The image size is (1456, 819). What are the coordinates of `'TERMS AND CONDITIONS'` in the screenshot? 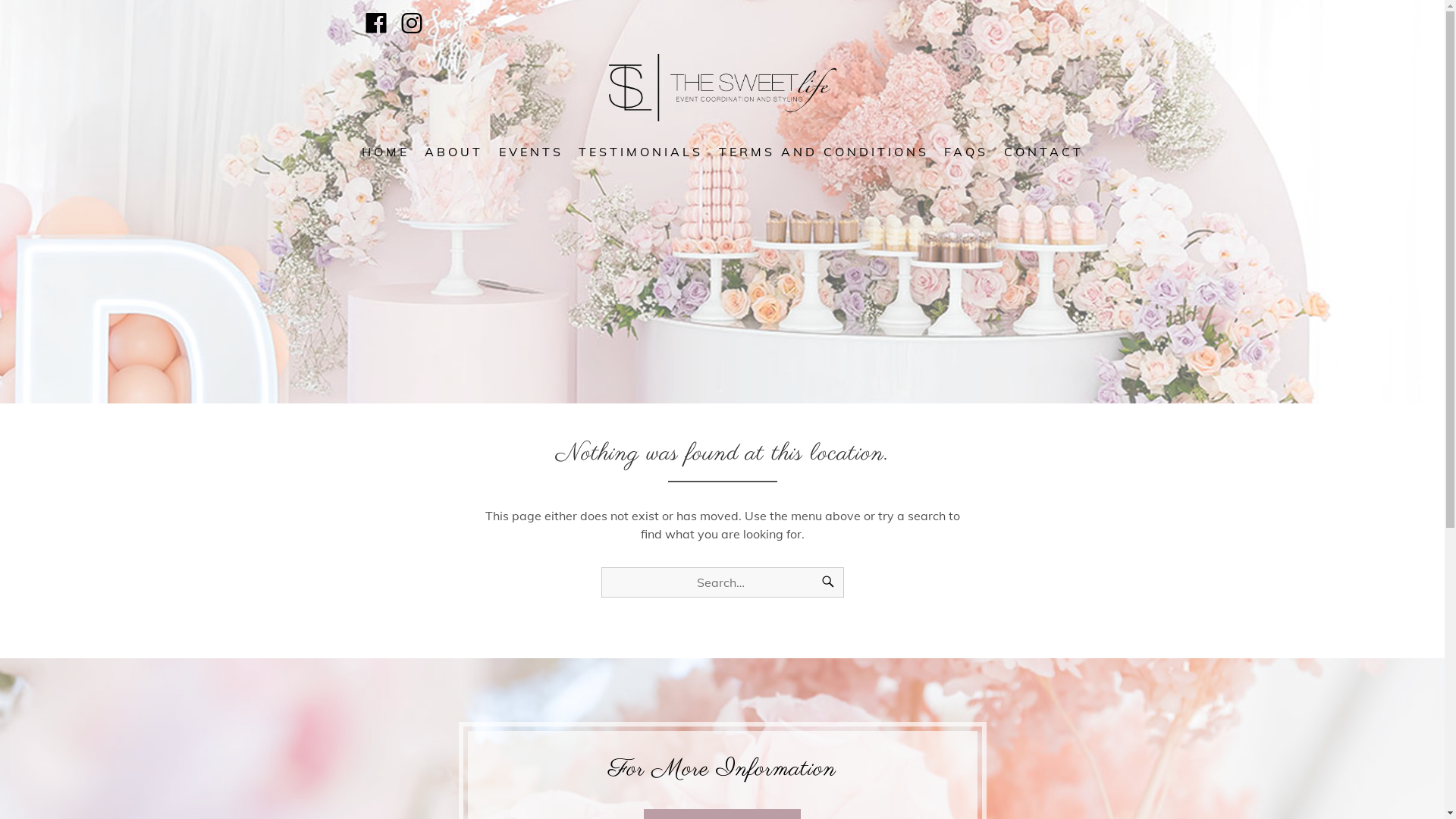 It's located at (823, 152).